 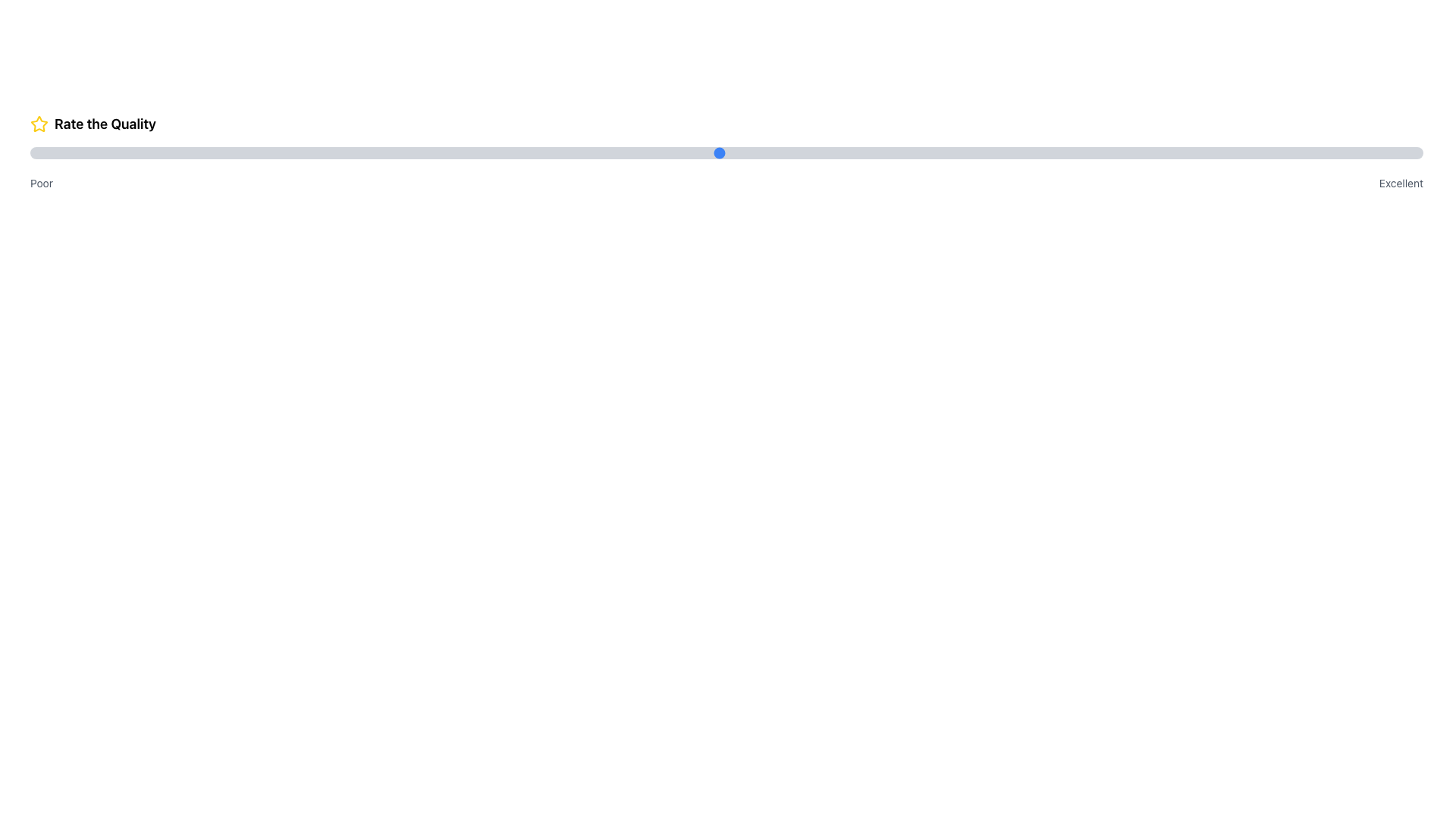 What do you see at coordinates (1401, 183) in the screenshot?
I see `the static text label displaying 'Excellent', which is styled with a dark gray font color and located at the far right of the horizontal bar` at bounding box center [1401, 183].